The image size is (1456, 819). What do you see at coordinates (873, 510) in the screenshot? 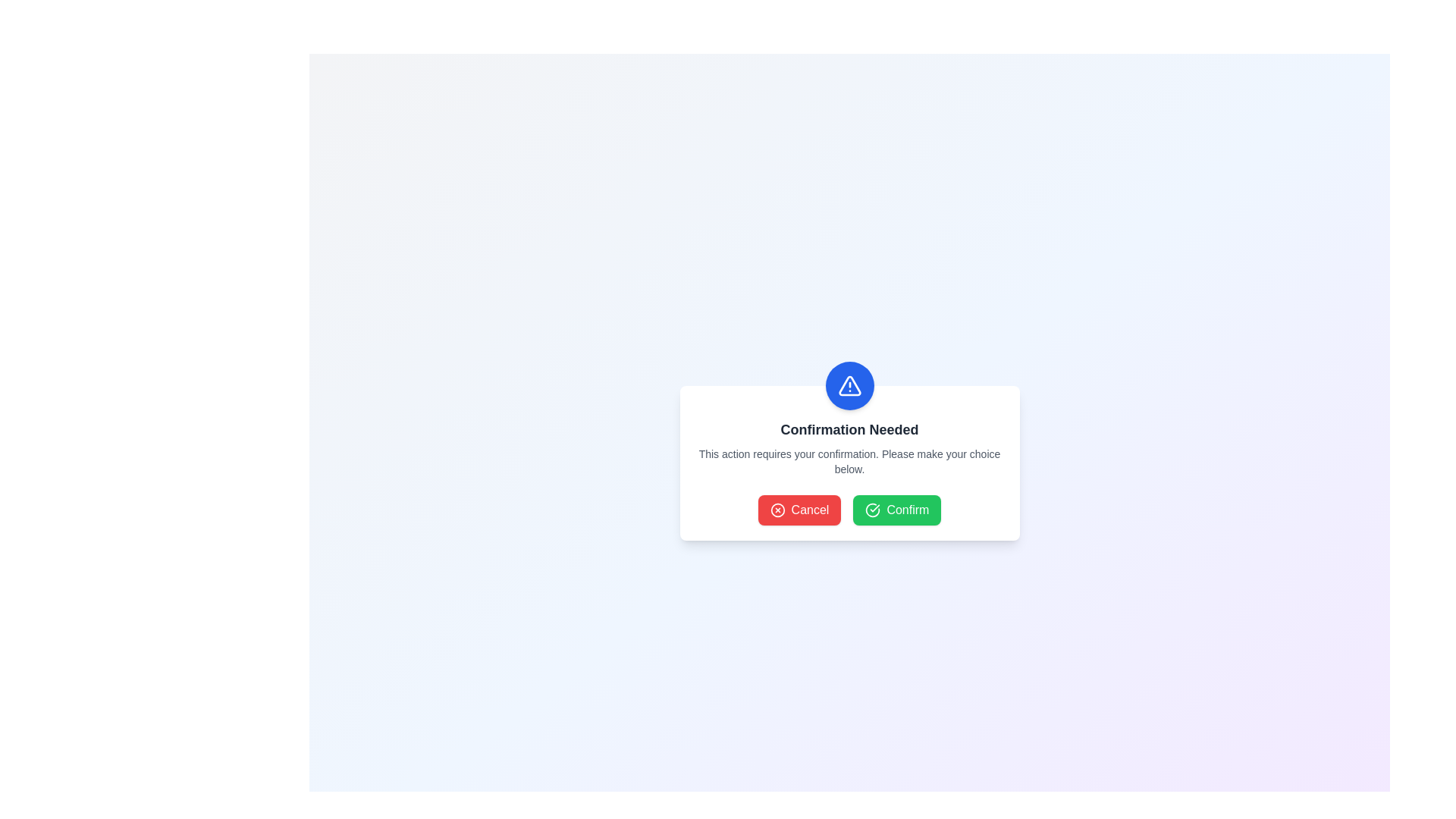
I see `the confirmation success icon located within the 'Confirm' button, positioned to the left of its label text` at bounding box center [873, 510].